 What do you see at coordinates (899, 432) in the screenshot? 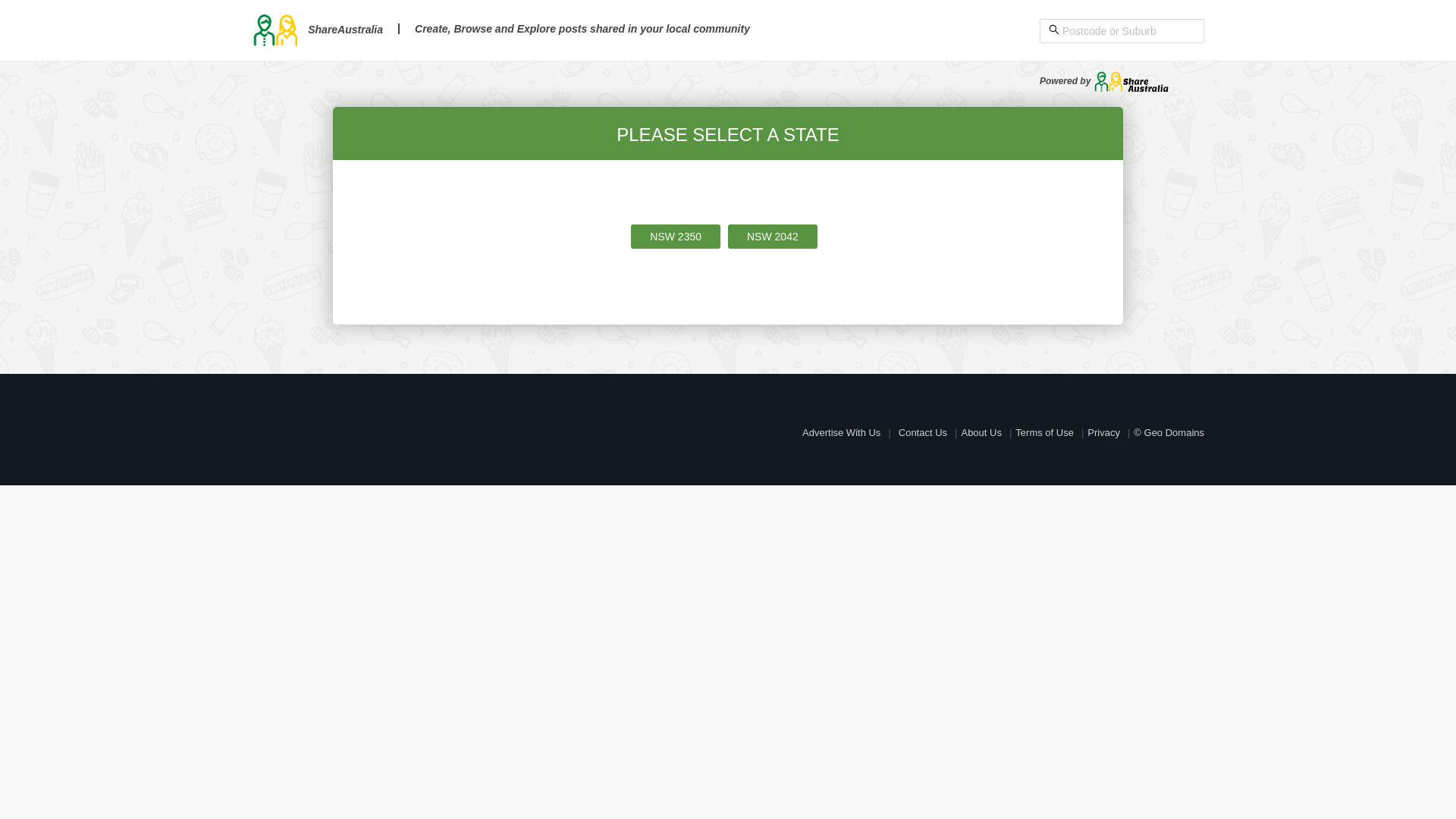
I see `'Contact Us'` at bounding box center [899, 432].